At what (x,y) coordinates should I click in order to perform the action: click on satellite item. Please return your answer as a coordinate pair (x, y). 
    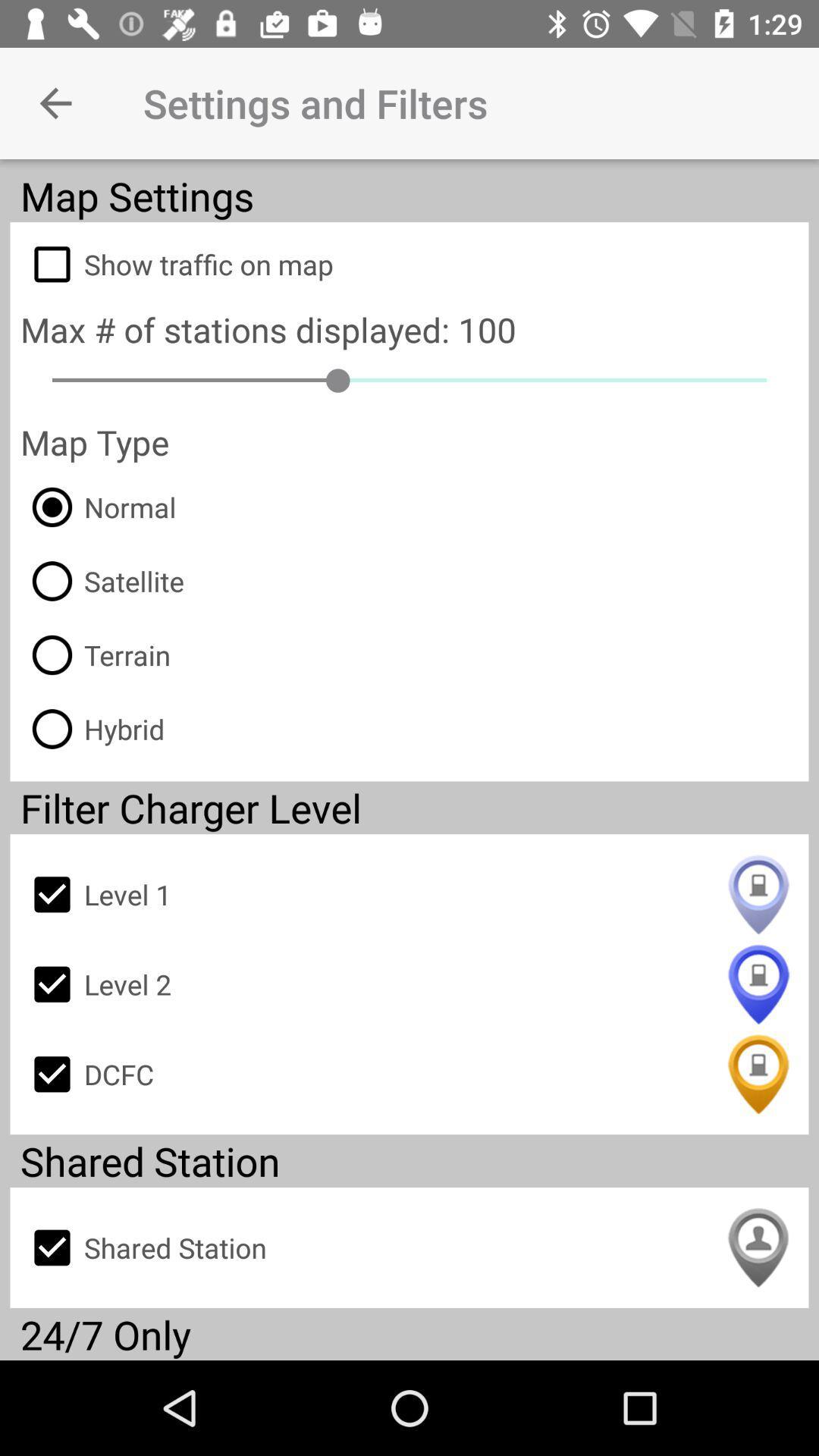
    Looking at the image, I should click on (102, 580).